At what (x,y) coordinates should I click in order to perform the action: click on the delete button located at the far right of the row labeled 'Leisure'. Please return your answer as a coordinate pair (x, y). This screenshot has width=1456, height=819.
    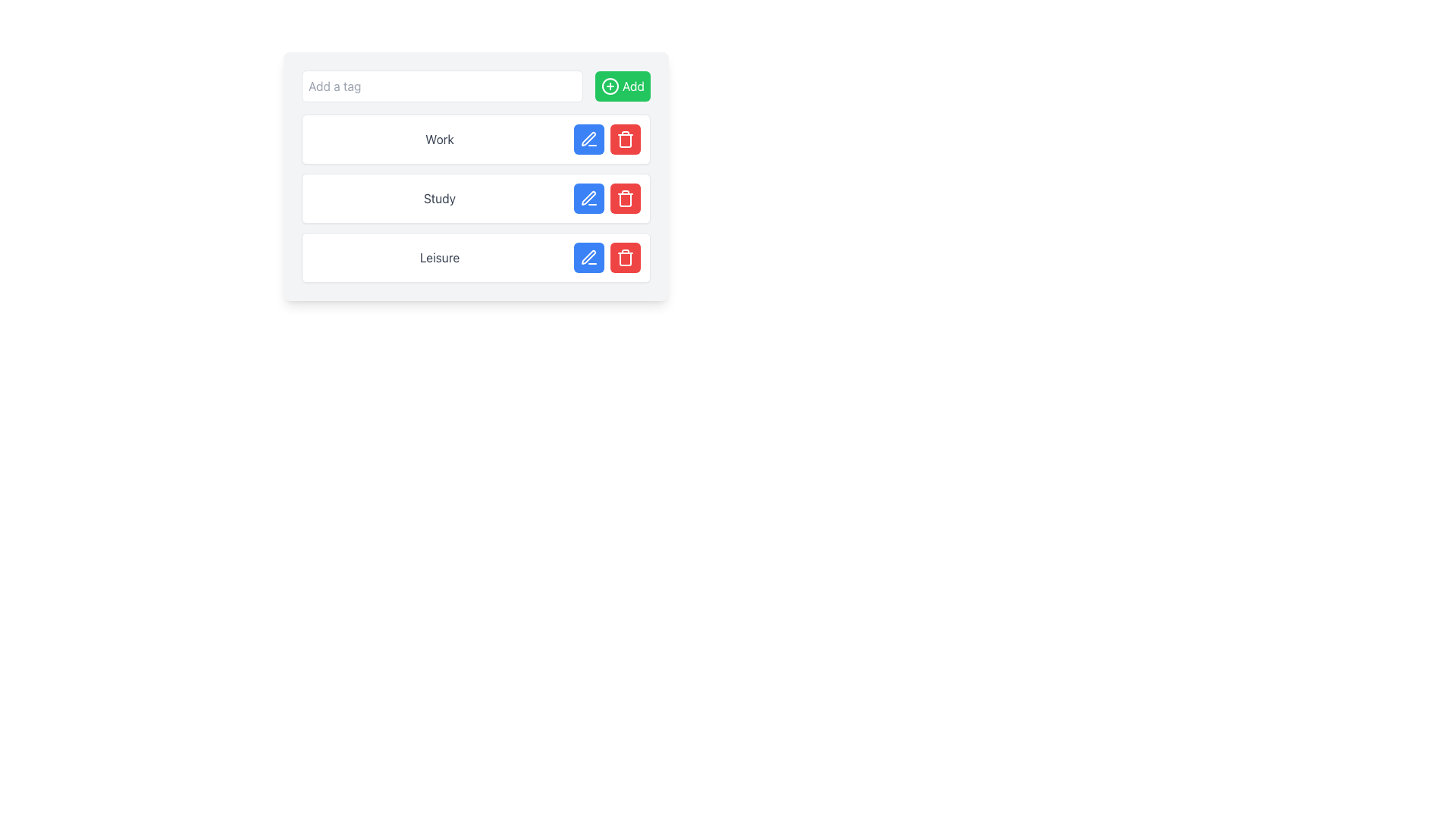
    Looking at the image, I should click on (626, 256).